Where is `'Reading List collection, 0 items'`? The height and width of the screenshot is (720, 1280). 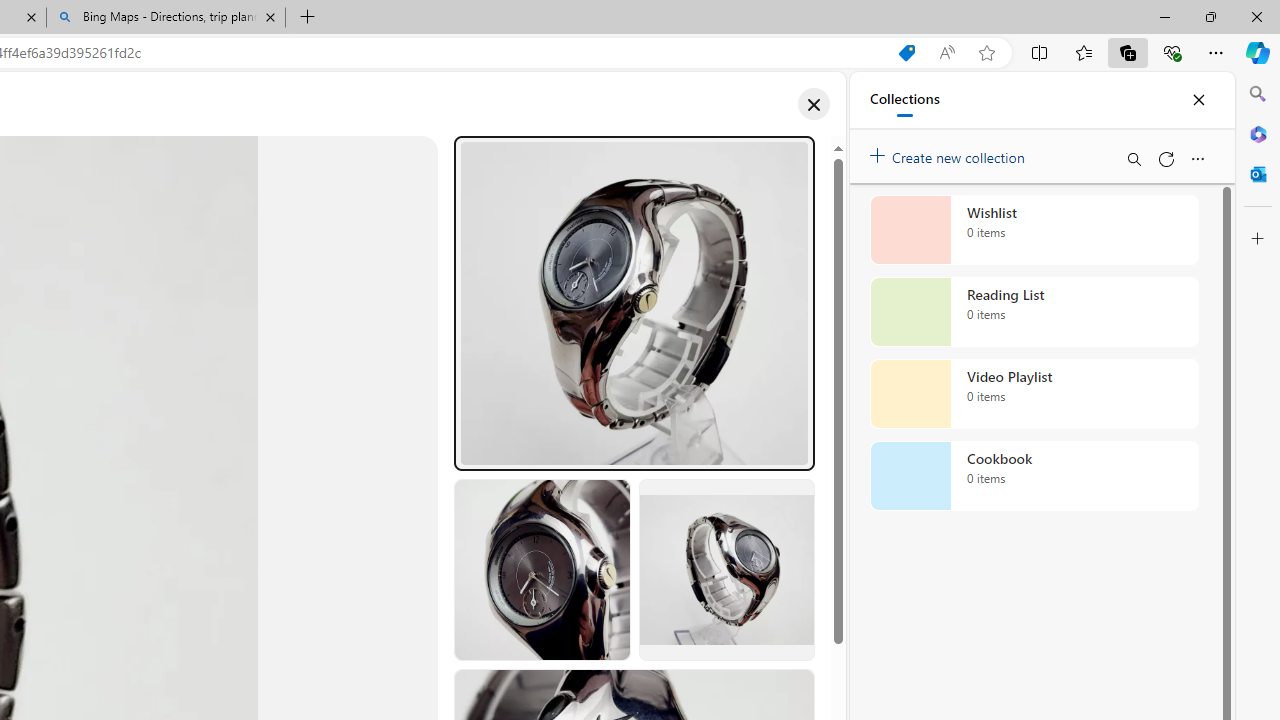
'Reading List collection, 0 items' is located at coordinates (1034, 312).